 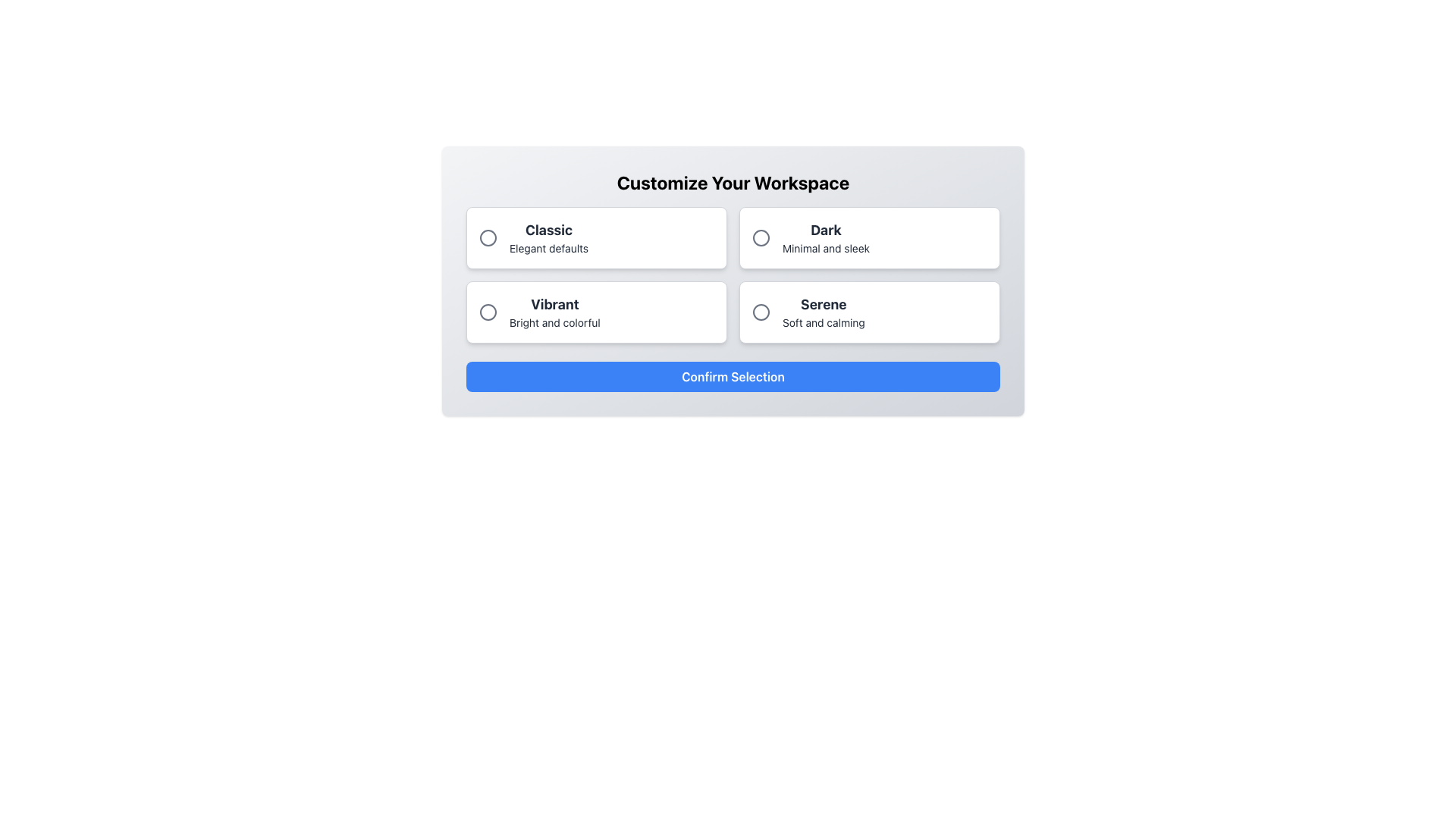 What do you see at coordinates (825, 247) in the screenshot?
I see `the descriptive tagline text label for the 'Dark' theme option located in the 'Customize Your Workspace' selection area, which is centrally aligned below the larger 'Dark' label` at bounding box center [825, 247].